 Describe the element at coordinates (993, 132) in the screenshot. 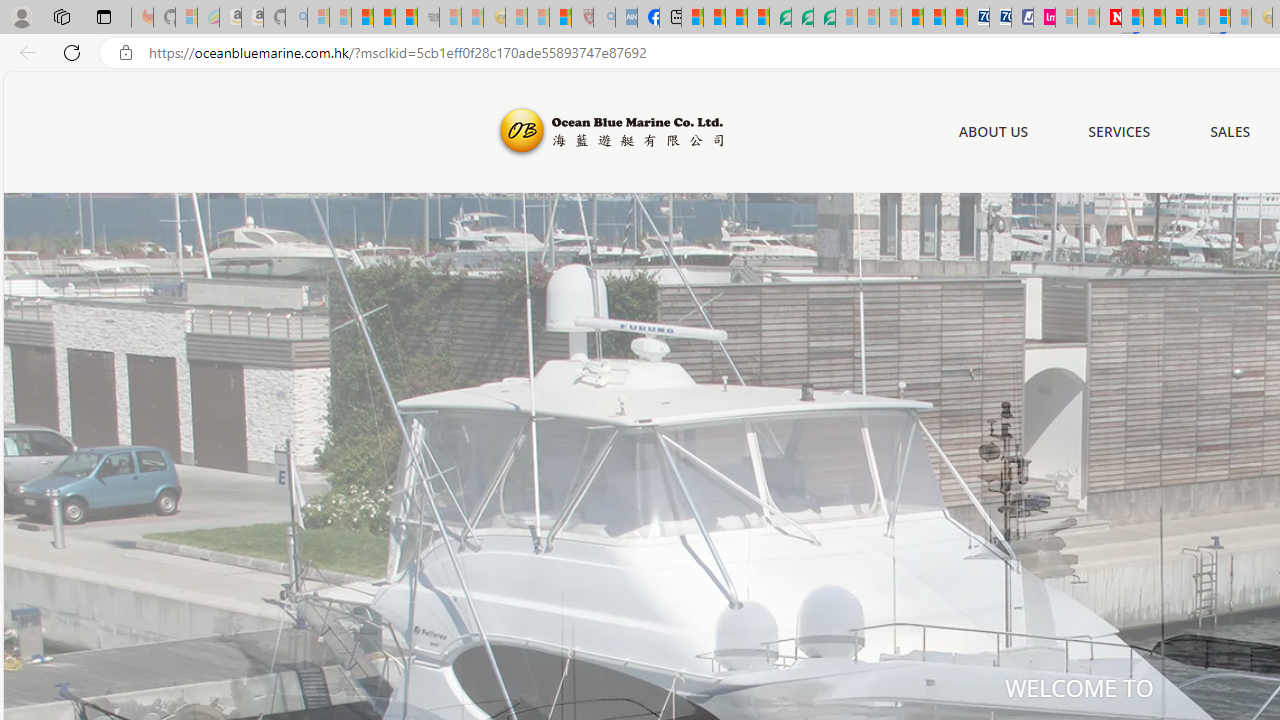

I see `'ABOUT US'` at that location.